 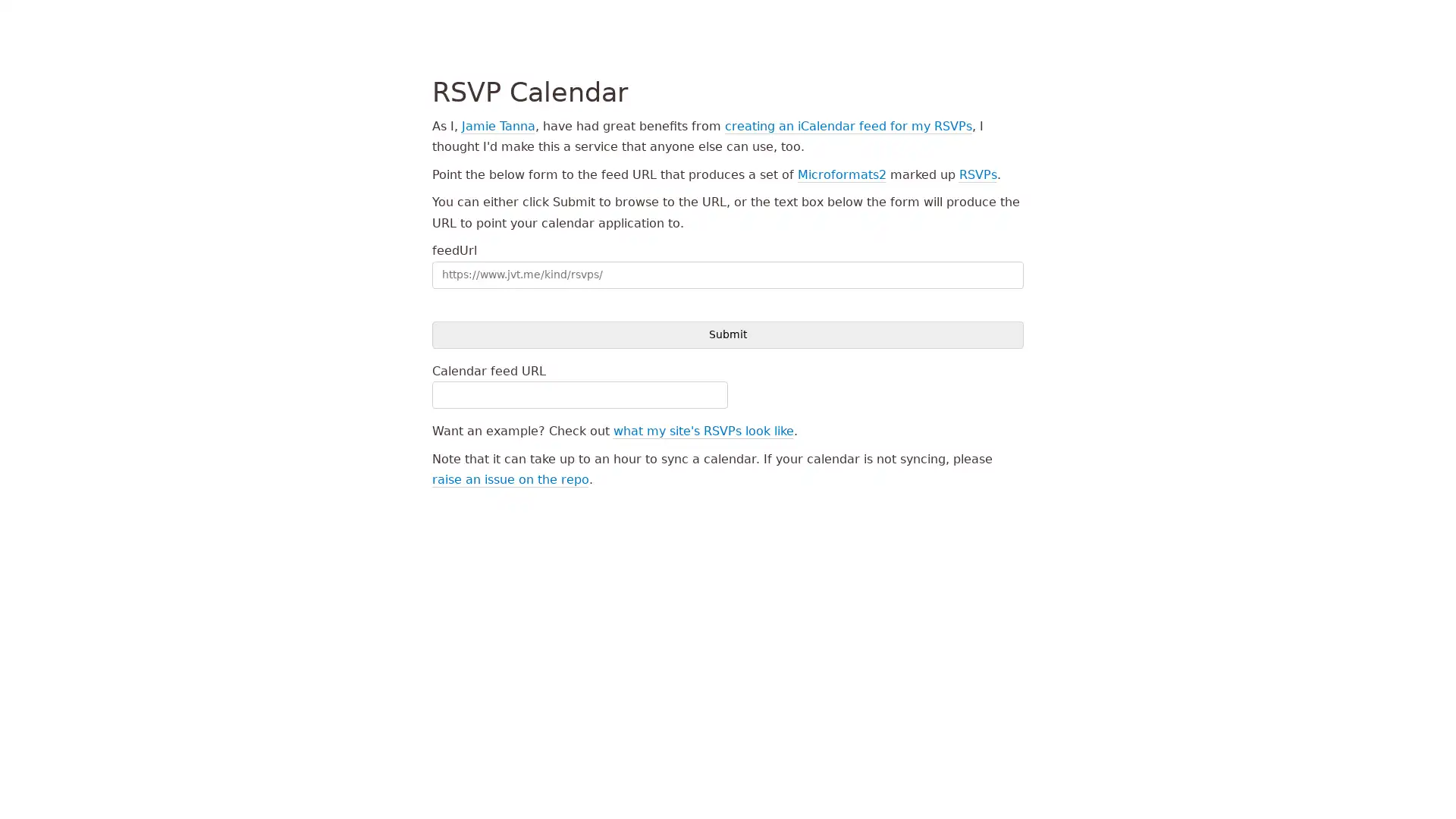 I want to click on Submit, so click(x=726, y=333).